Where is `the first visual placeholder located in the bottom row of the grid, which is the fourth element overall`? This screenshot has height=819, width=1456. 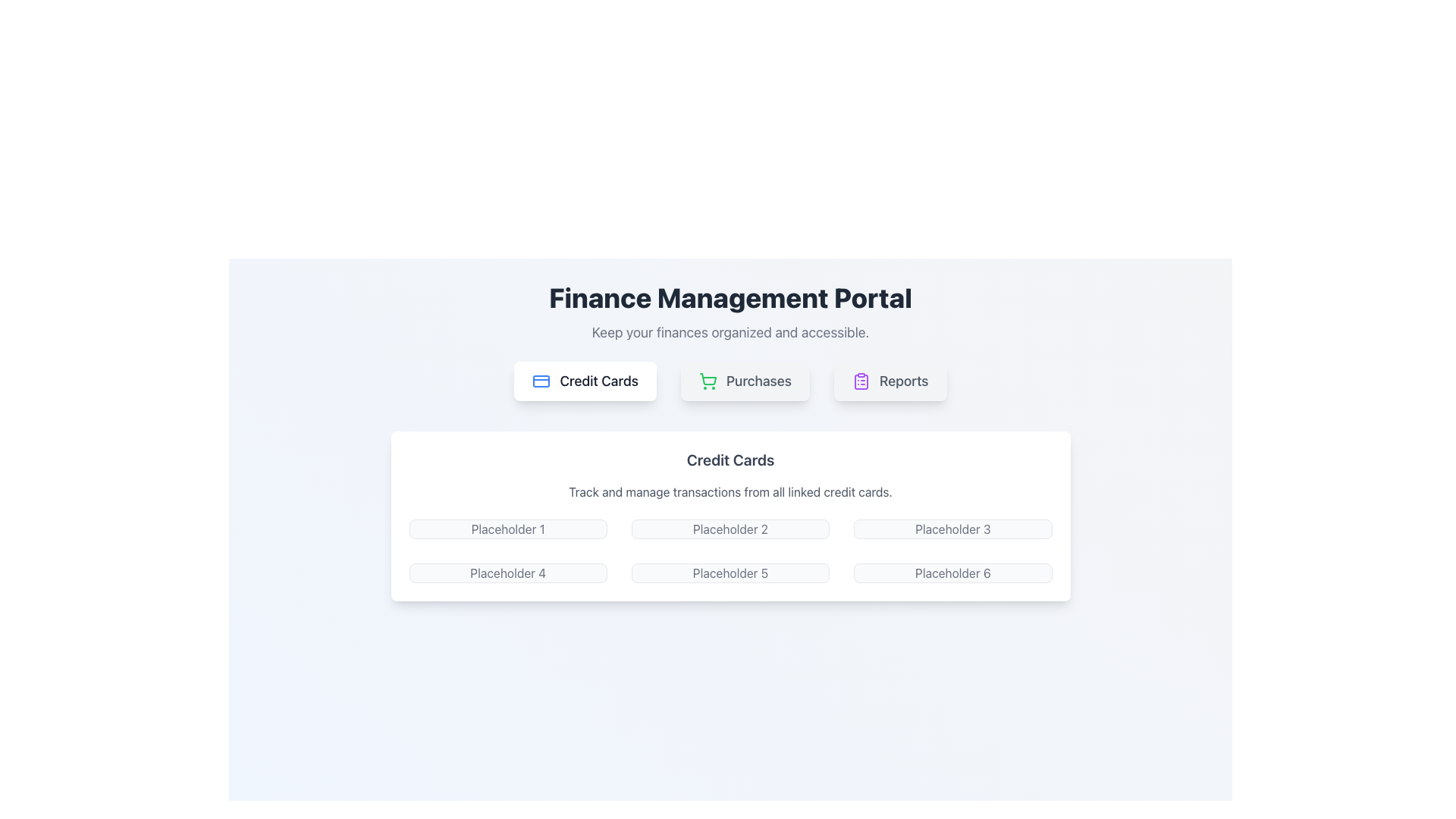 the first visual placeholder located in the bottom row of the grid, which is the fourth element overall is located at coordinates (508, 573).